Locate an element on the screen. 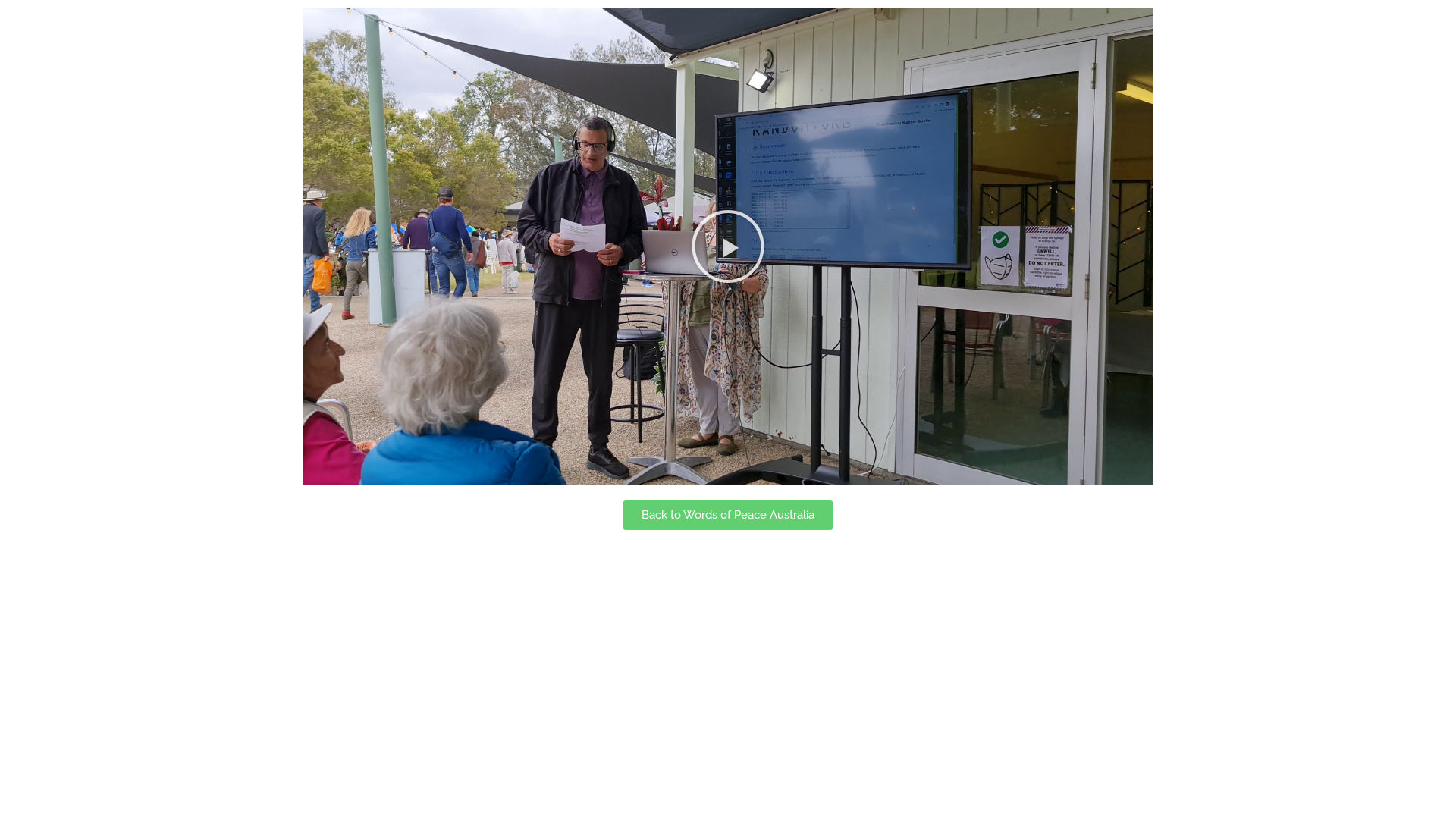 This screenshot has width=1456, height=819. 'Back to Words of Peace Australia' is located at coordinates (623, 514).